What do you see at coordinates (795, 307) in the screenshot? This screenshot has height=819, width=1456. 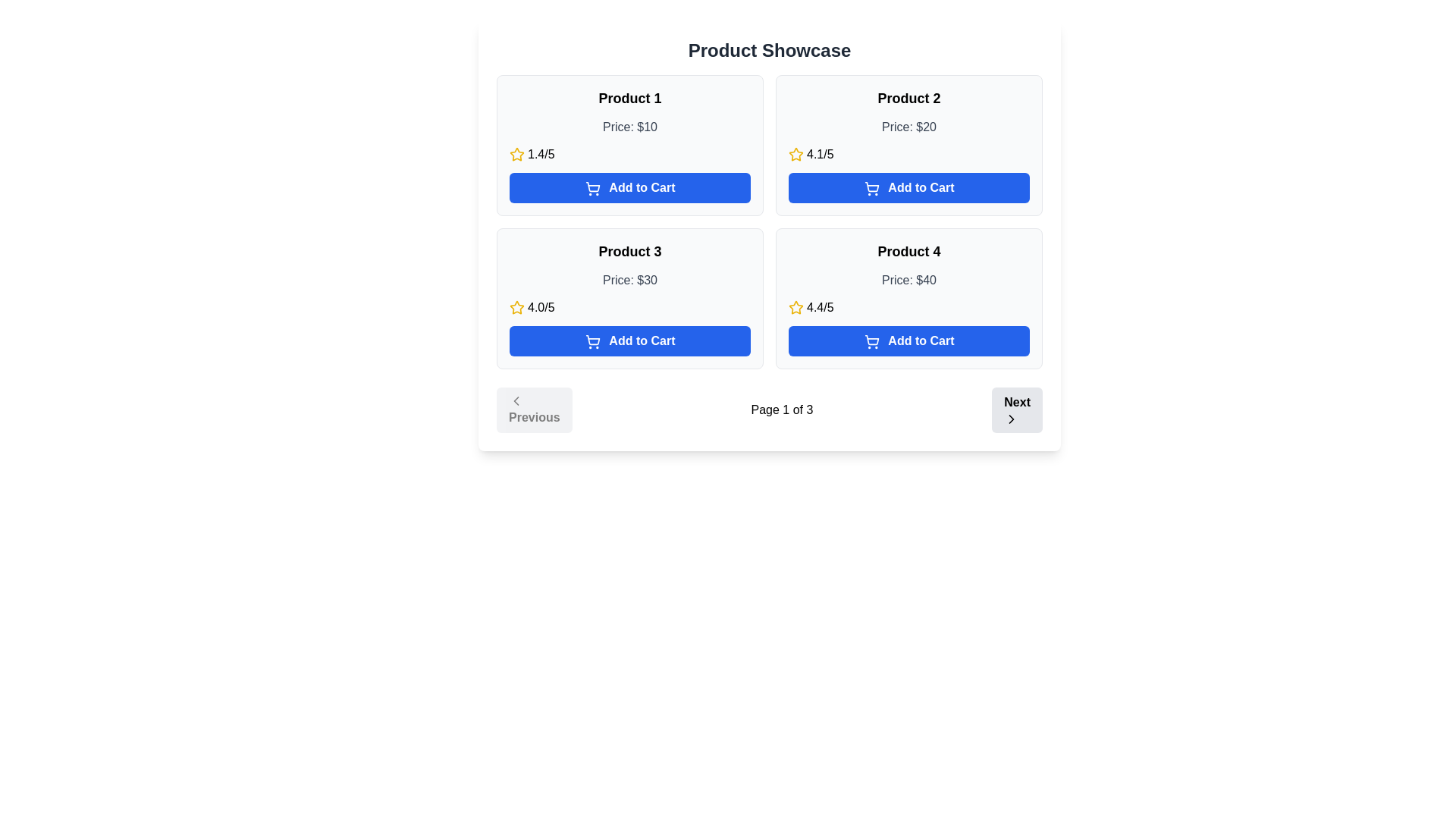 I see `the star icon representing the product rating located at the top-left corner of the 'Product 4' card, next to the numeric rating (4.4/5), passively` at bounding box center [795, 307].